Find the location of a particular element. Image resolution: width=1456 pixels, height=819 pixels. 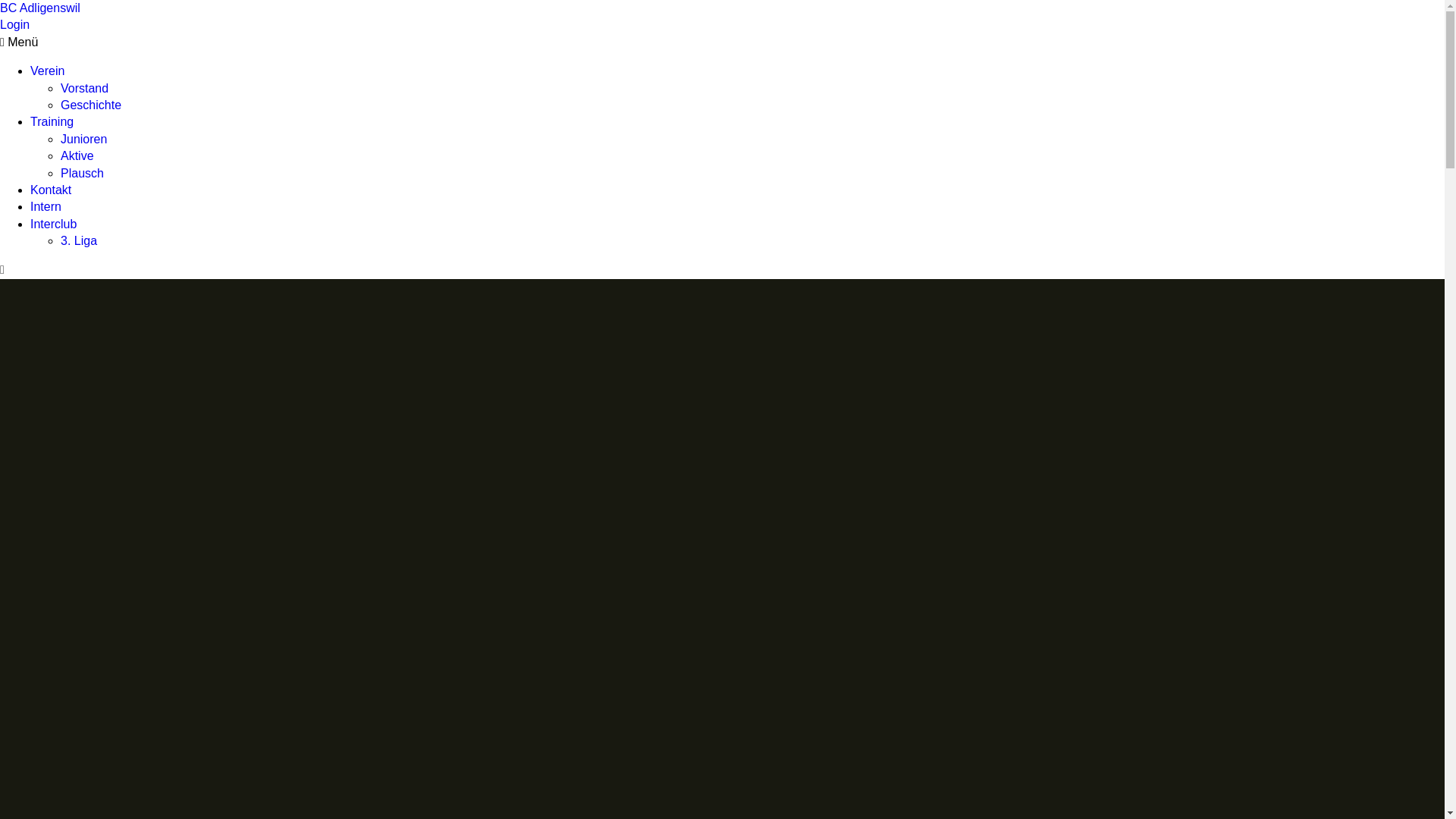

'BC Adligenswil' is located at coordinates (0, 8).